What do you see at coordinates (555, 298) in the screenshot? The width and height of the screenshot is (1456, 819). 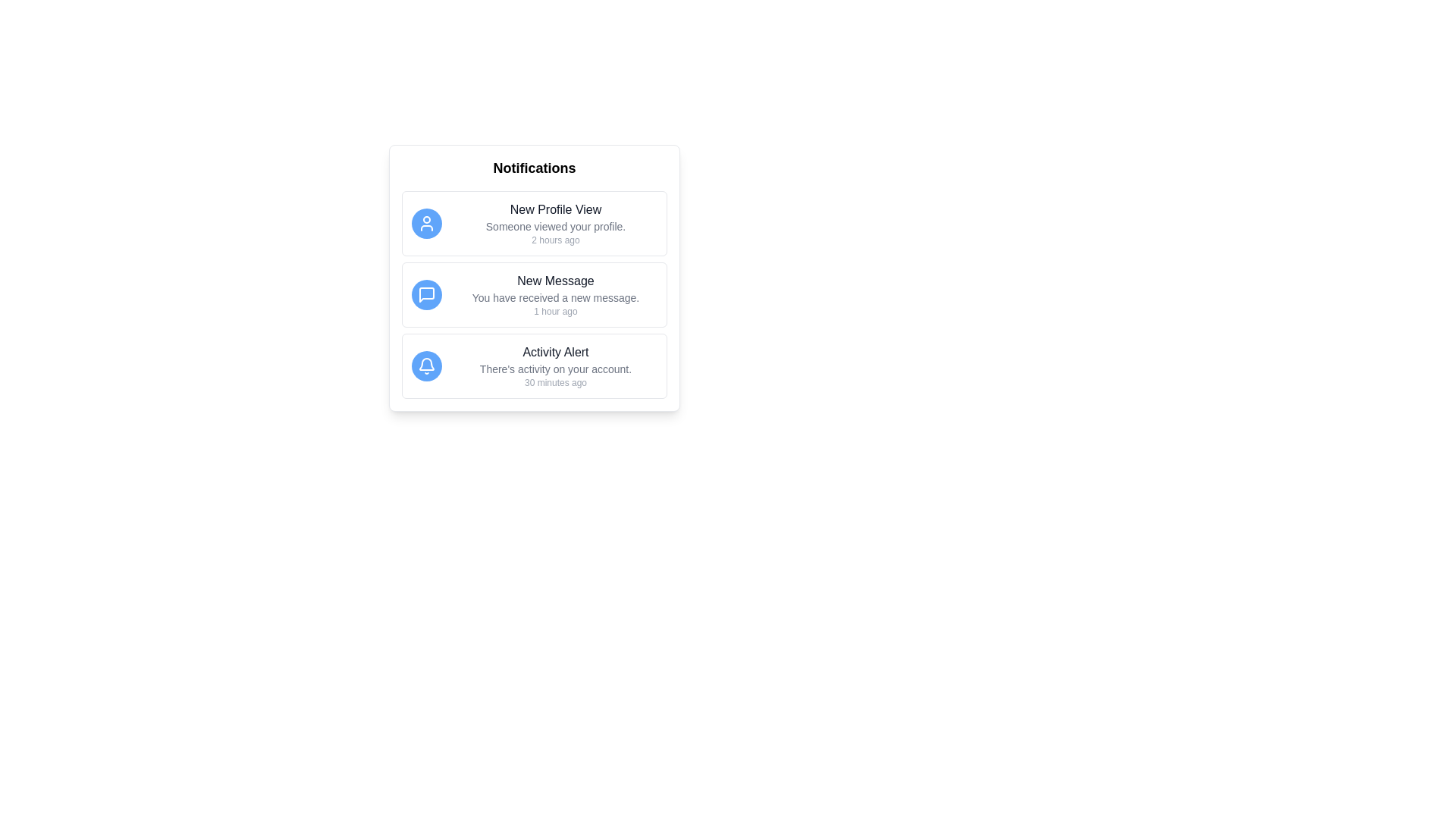 I see `the Text Label that provides additional information regarding the 'New Message' notification, which is located beneath the title 'New Message' and above the timestamp '1 hour ago'` at bounding box center [555, 298].